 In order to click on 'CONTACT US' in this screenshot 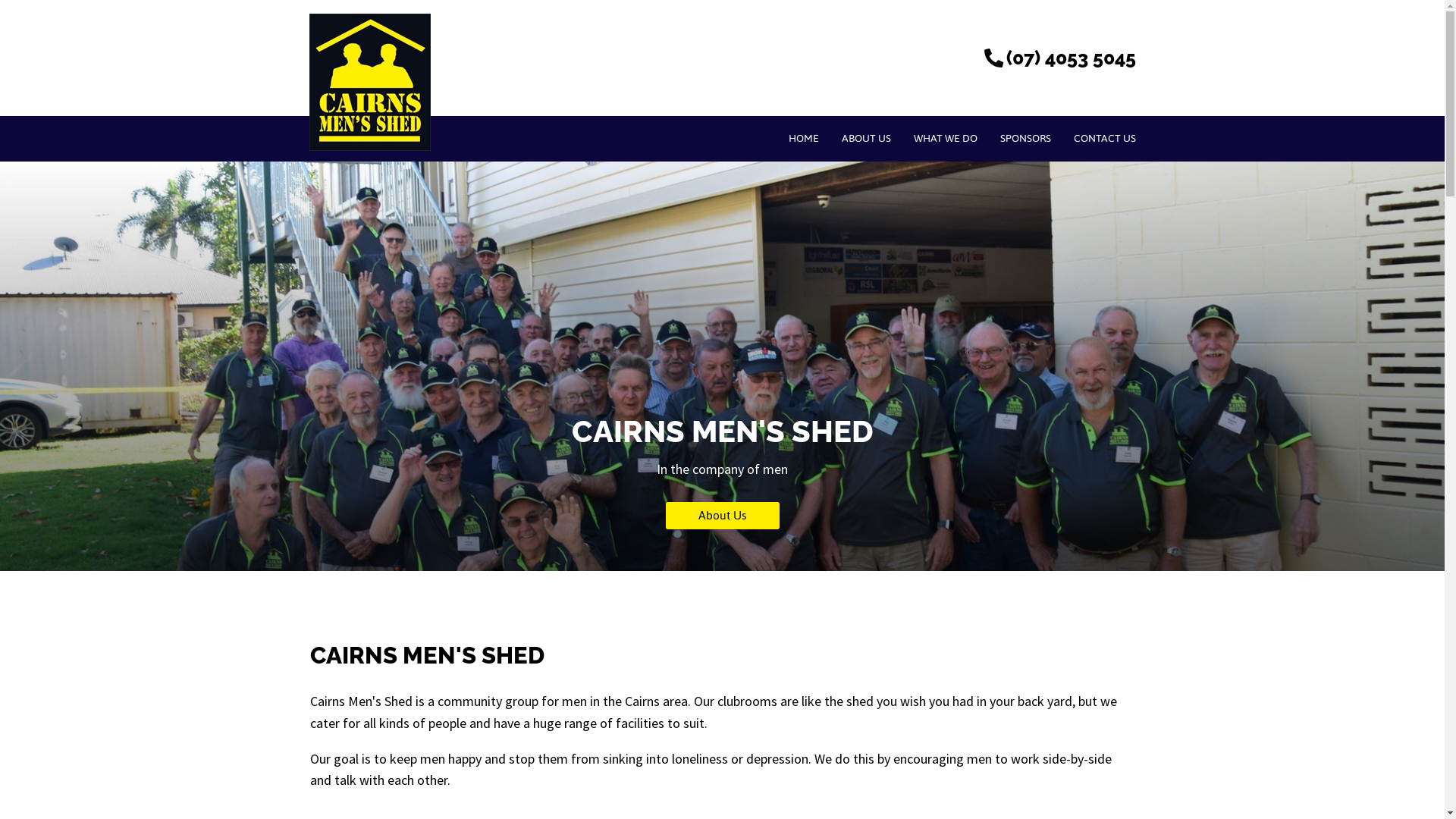, I will do `click(1103, 138)`.